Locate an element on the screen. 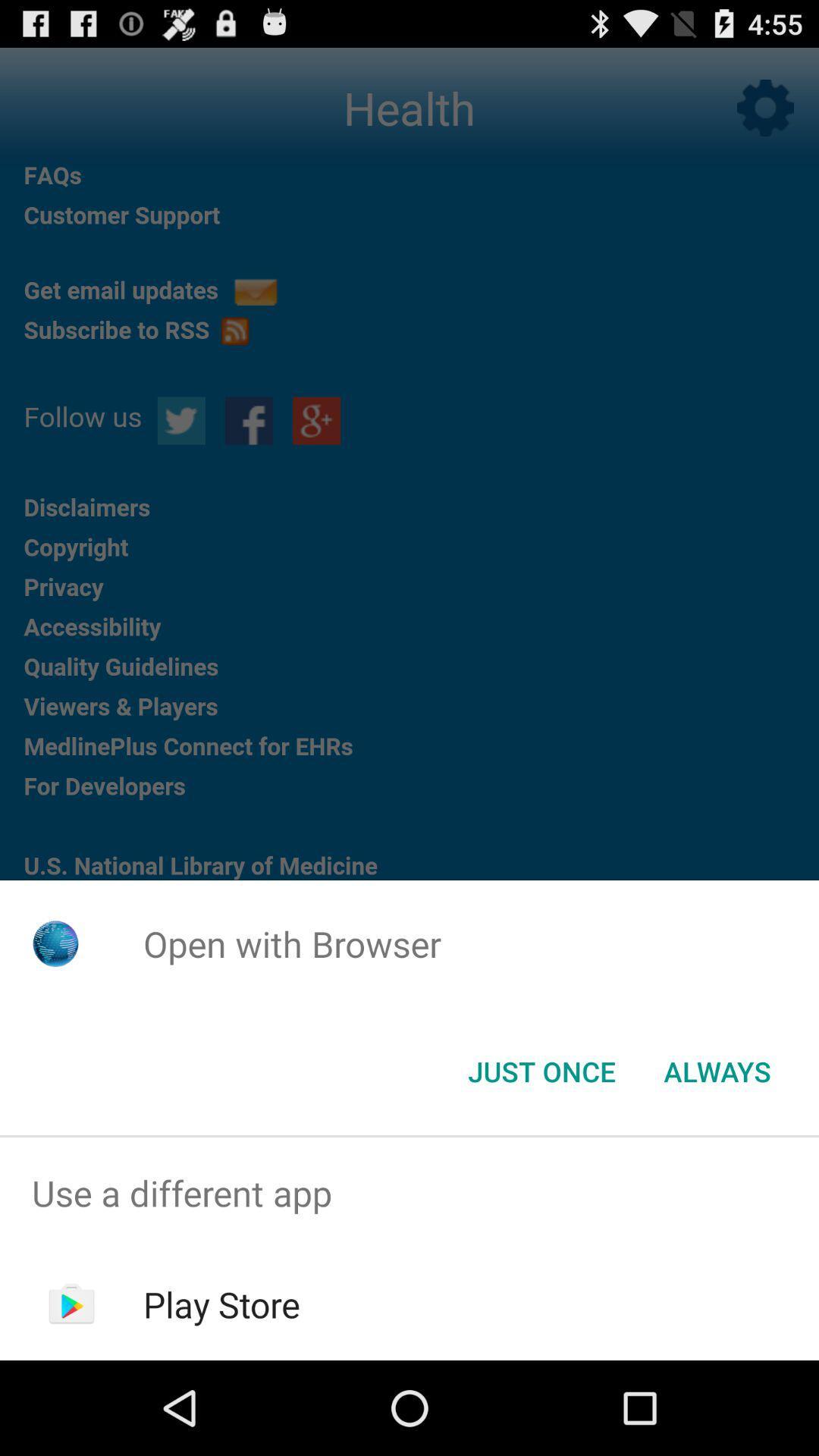 The image size is (819, 1456). play store is located at coordinates (221, 1304).